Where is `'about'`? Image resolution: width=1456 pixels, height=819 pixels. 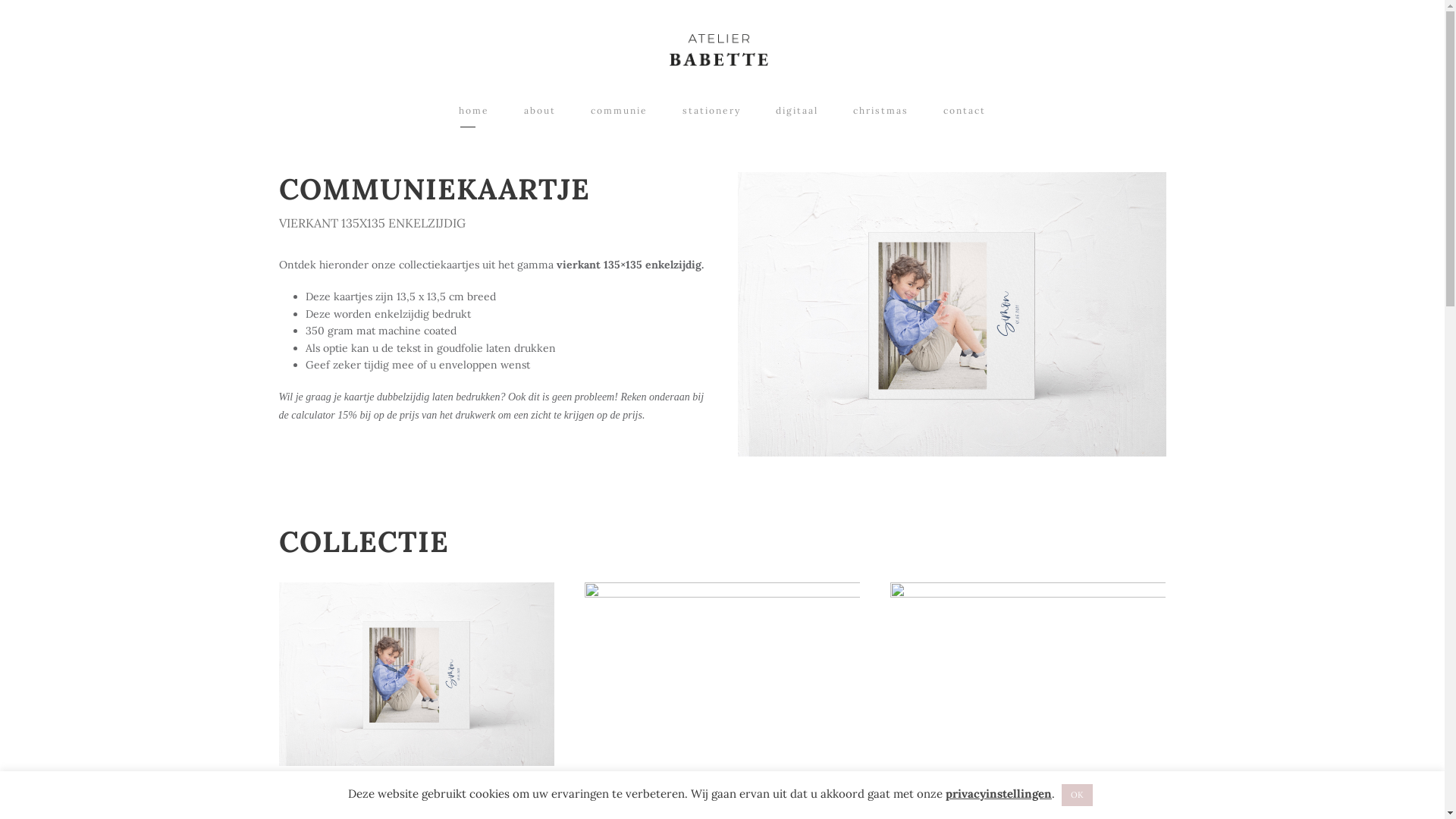 'about' is located at coordinates (539, 113).